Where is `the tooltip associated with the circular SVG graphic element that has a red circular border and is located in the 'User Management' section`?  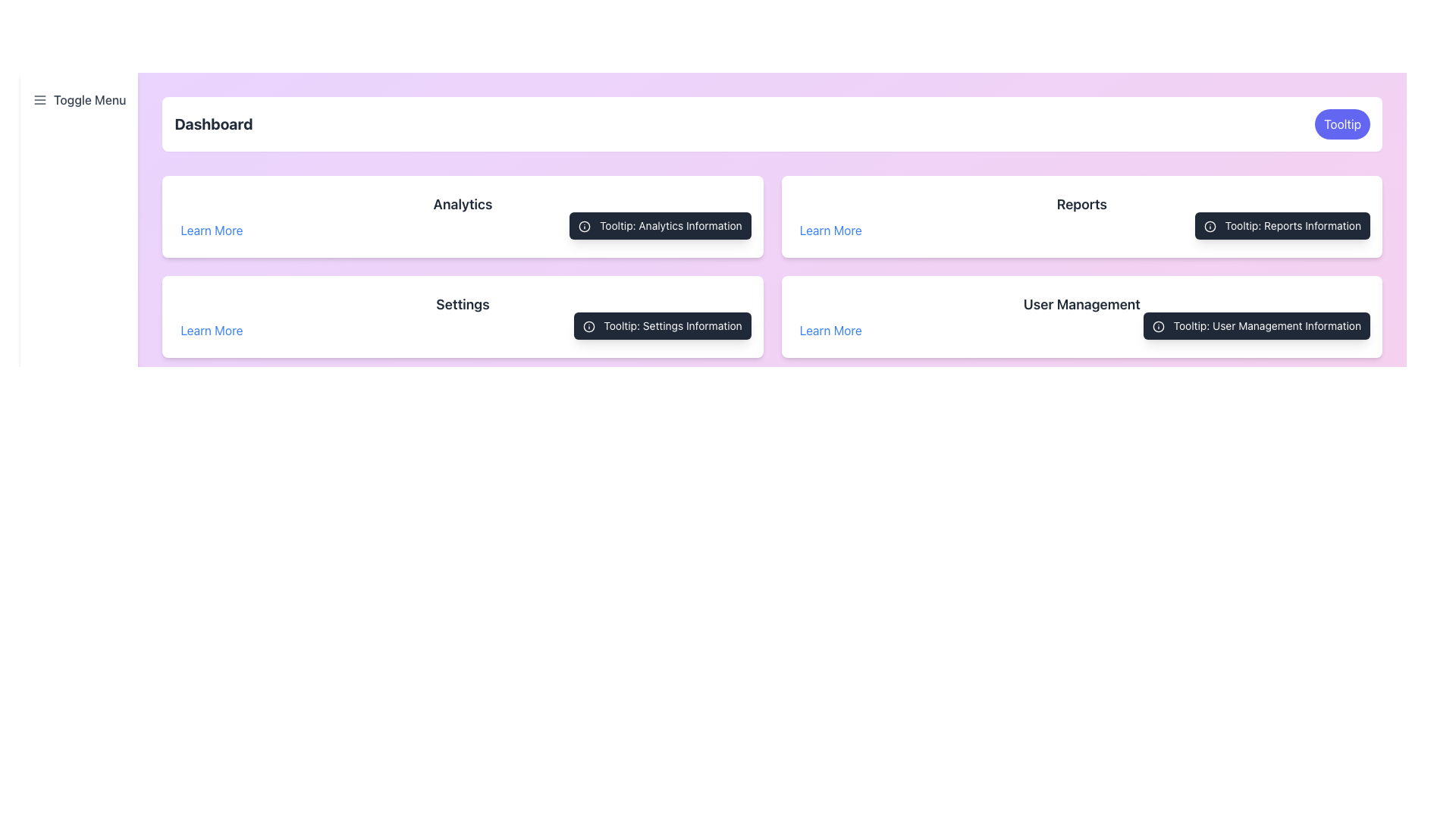
the tooltip associated with the circular SVG graphic element that has a red circular border and is located in the 'User Management' section is located at coordinates (1157, 326).